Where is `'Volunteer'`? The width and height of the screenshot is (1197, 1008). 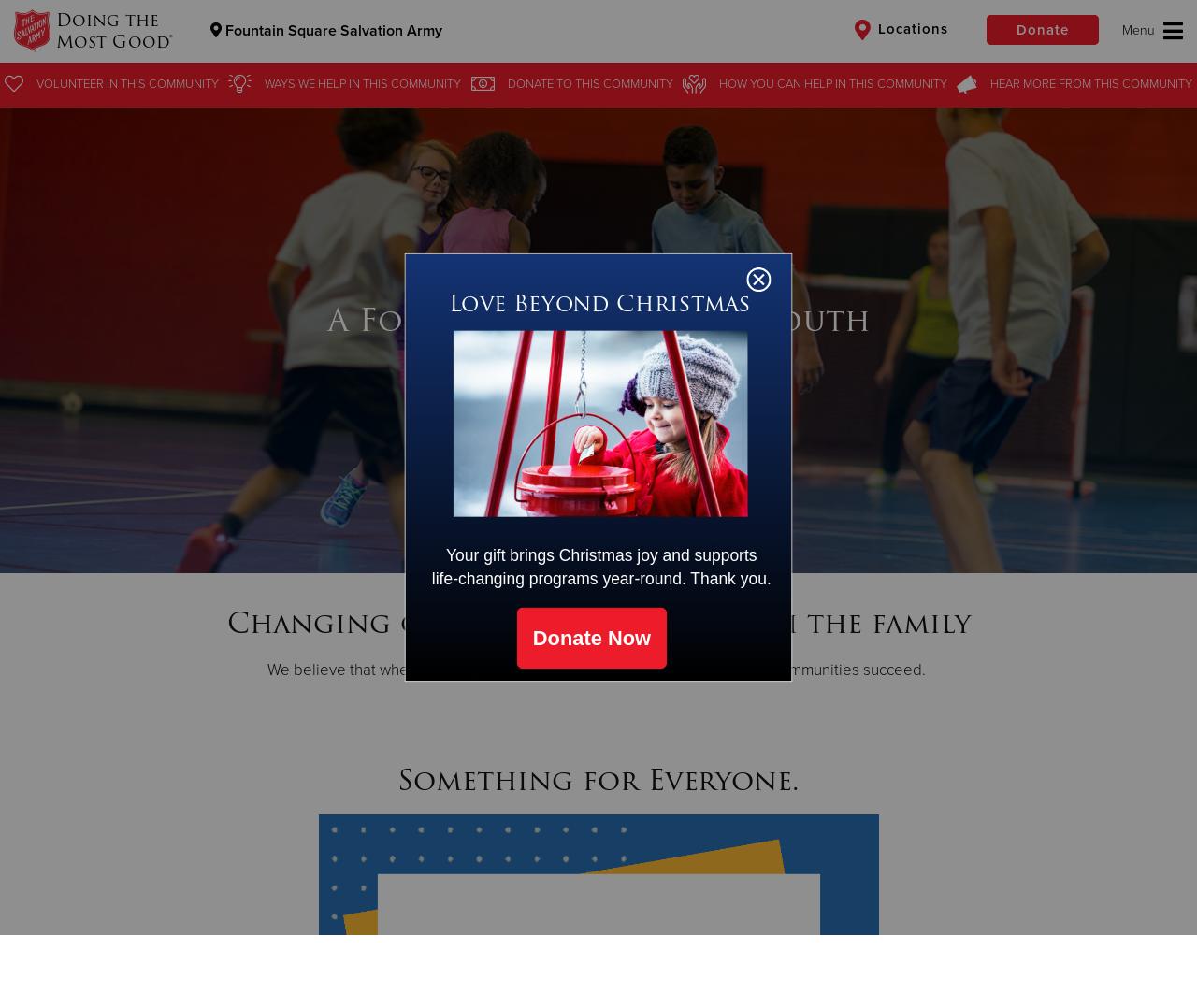 'Volunteer' is located at coordinates (70, 83).